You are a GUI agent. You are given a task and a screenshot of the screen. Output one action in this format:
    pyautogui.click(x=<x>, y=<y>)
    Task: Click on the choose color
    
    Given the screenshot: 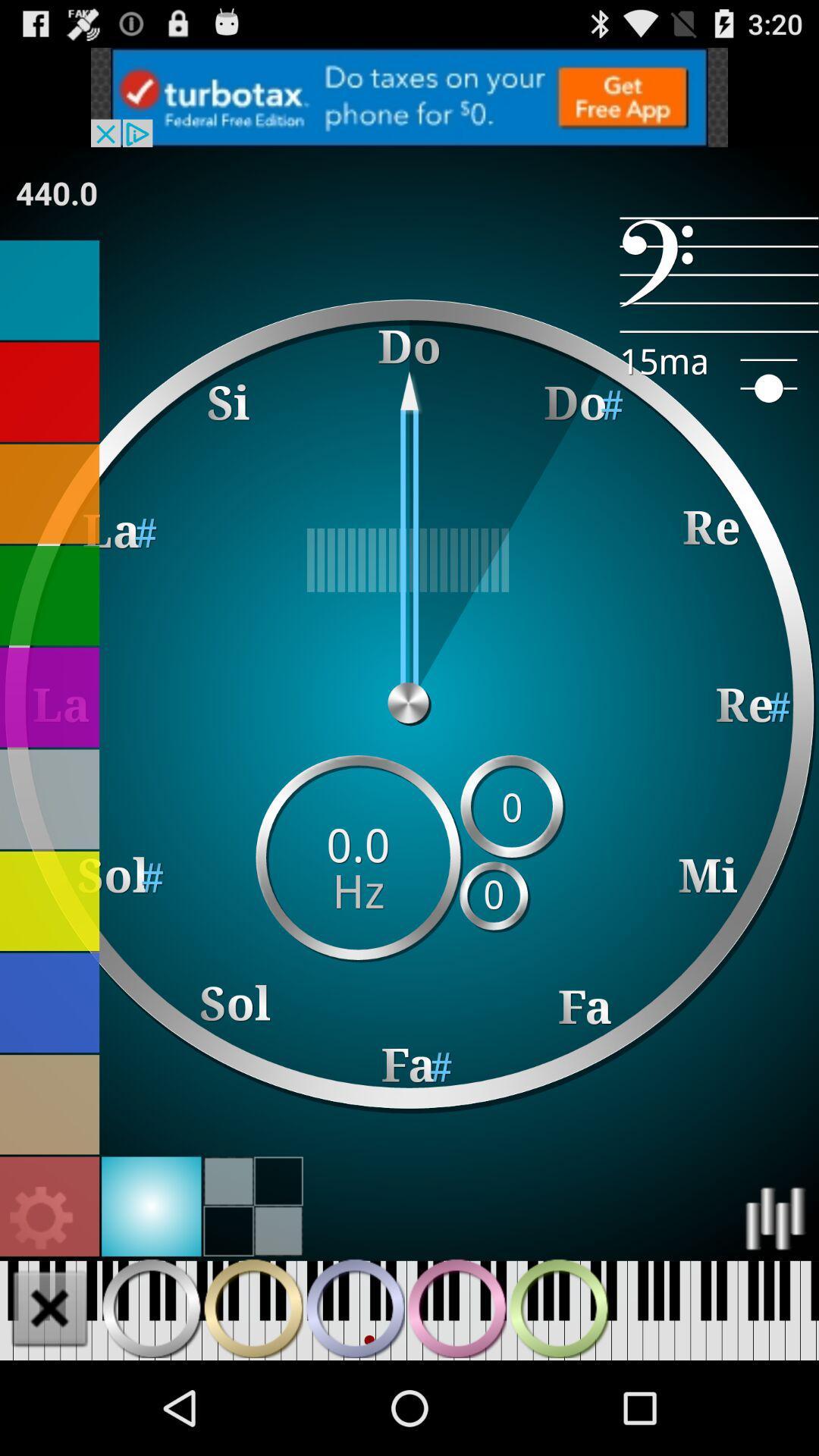 What is the action you would take?
    pyautogui.click(x=151, y=1206)
    